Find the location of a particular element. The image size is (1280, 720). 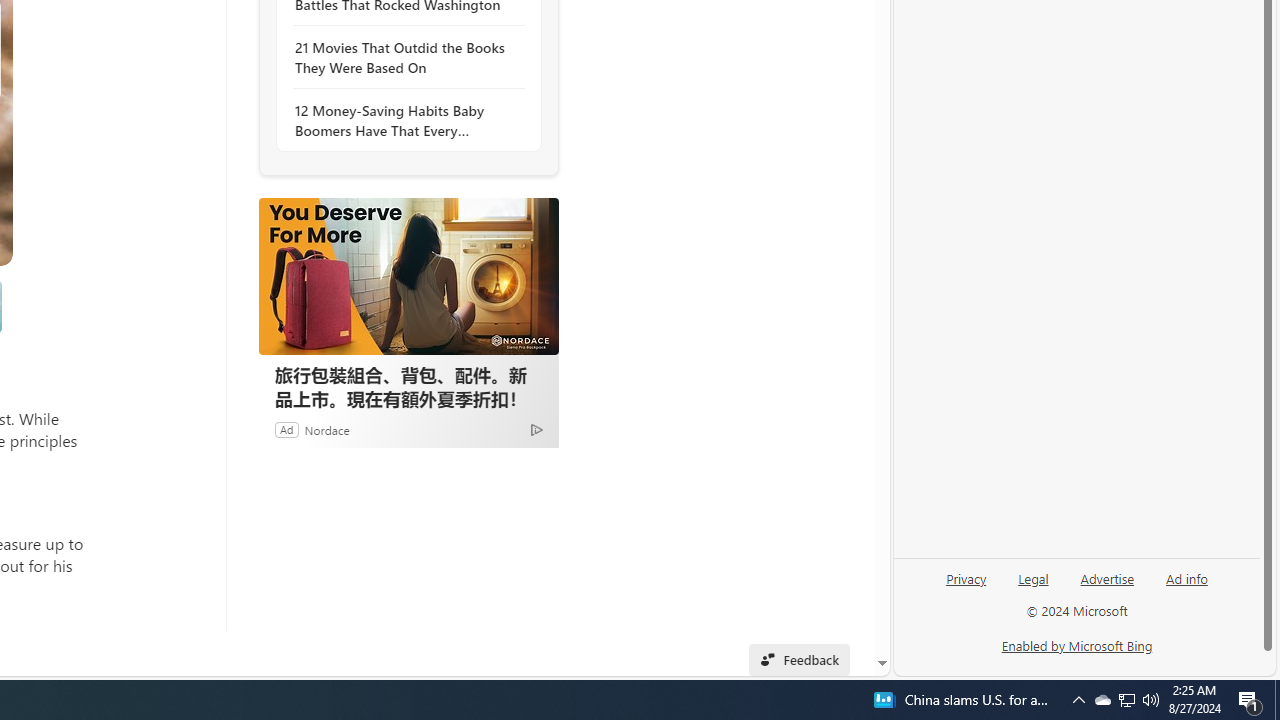

'Privacy' is located at coordinates (966, 577).